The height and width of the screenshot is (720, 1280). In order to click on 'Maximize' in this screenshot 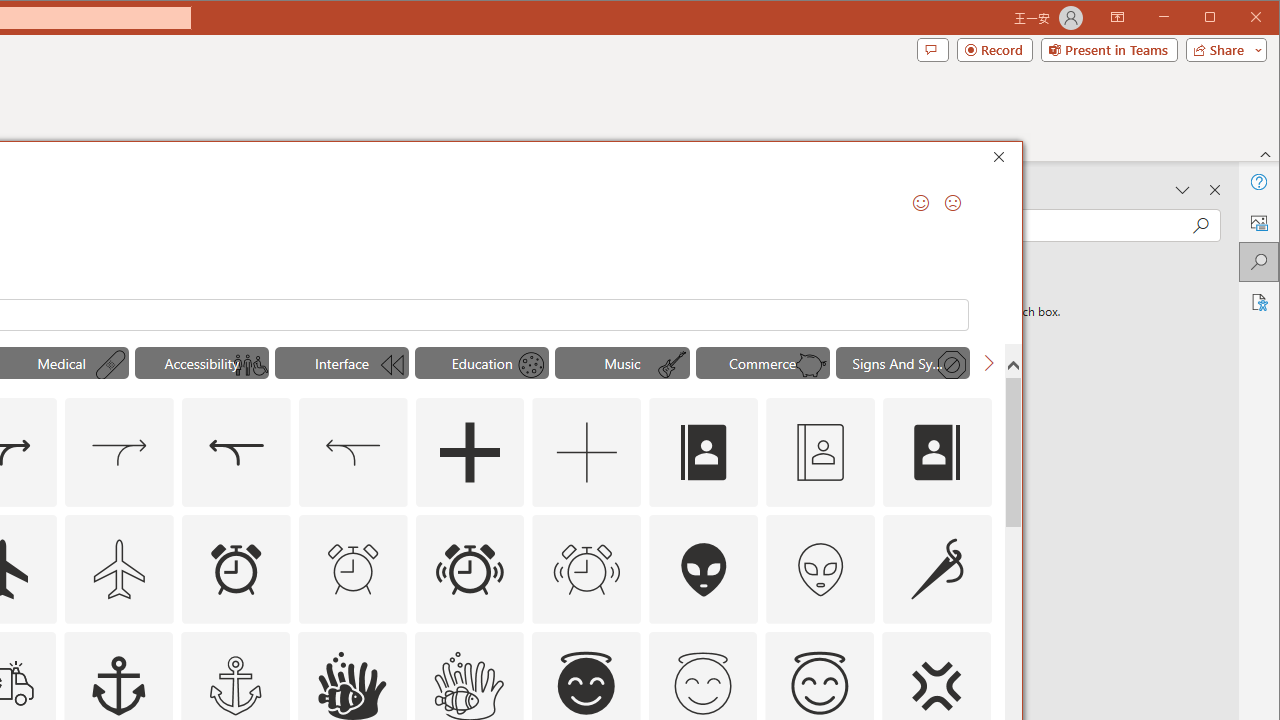, I will do `click(1238, 19)`.